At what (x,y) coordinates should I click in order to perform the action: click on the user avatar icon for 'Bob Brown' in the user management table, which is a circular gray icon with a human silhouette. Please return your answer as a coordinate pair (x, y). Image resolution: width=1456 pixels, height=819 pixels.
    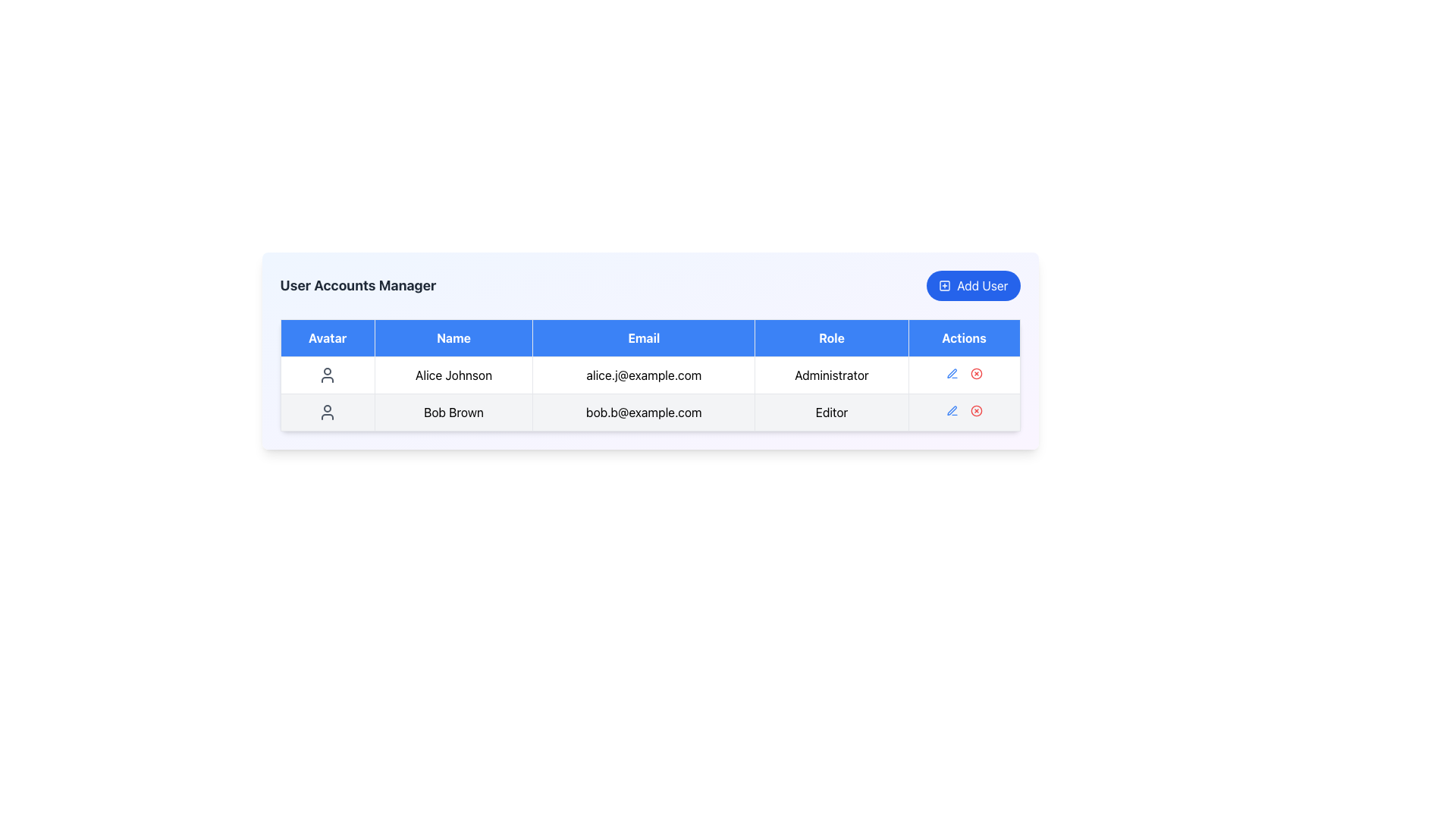
    Looking at the image, I should click on (327, 412).